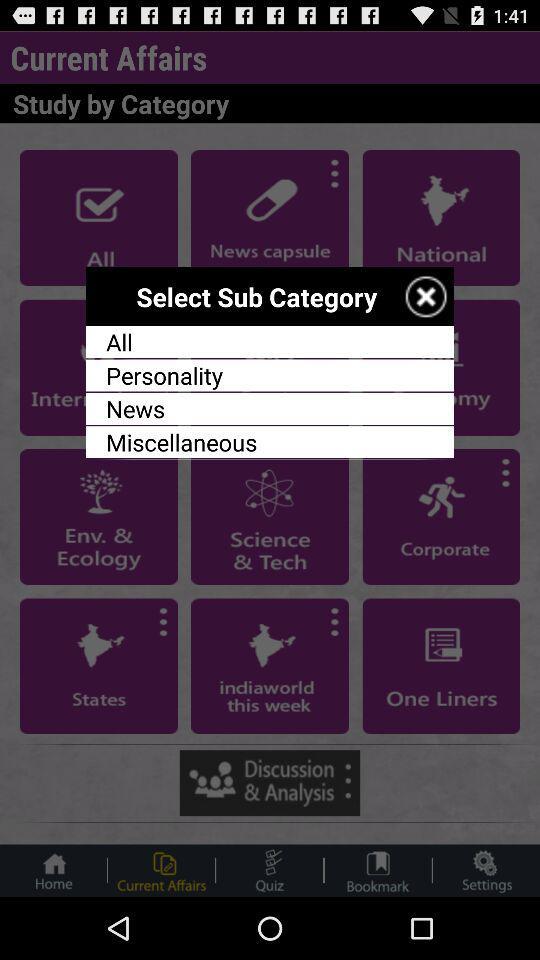 Image resolution: width=540 pixels, height=960 pixels. What do you see at coordinates (270, 342) in the screenshot?
I see `all icon` at bounding box center [270, 342].